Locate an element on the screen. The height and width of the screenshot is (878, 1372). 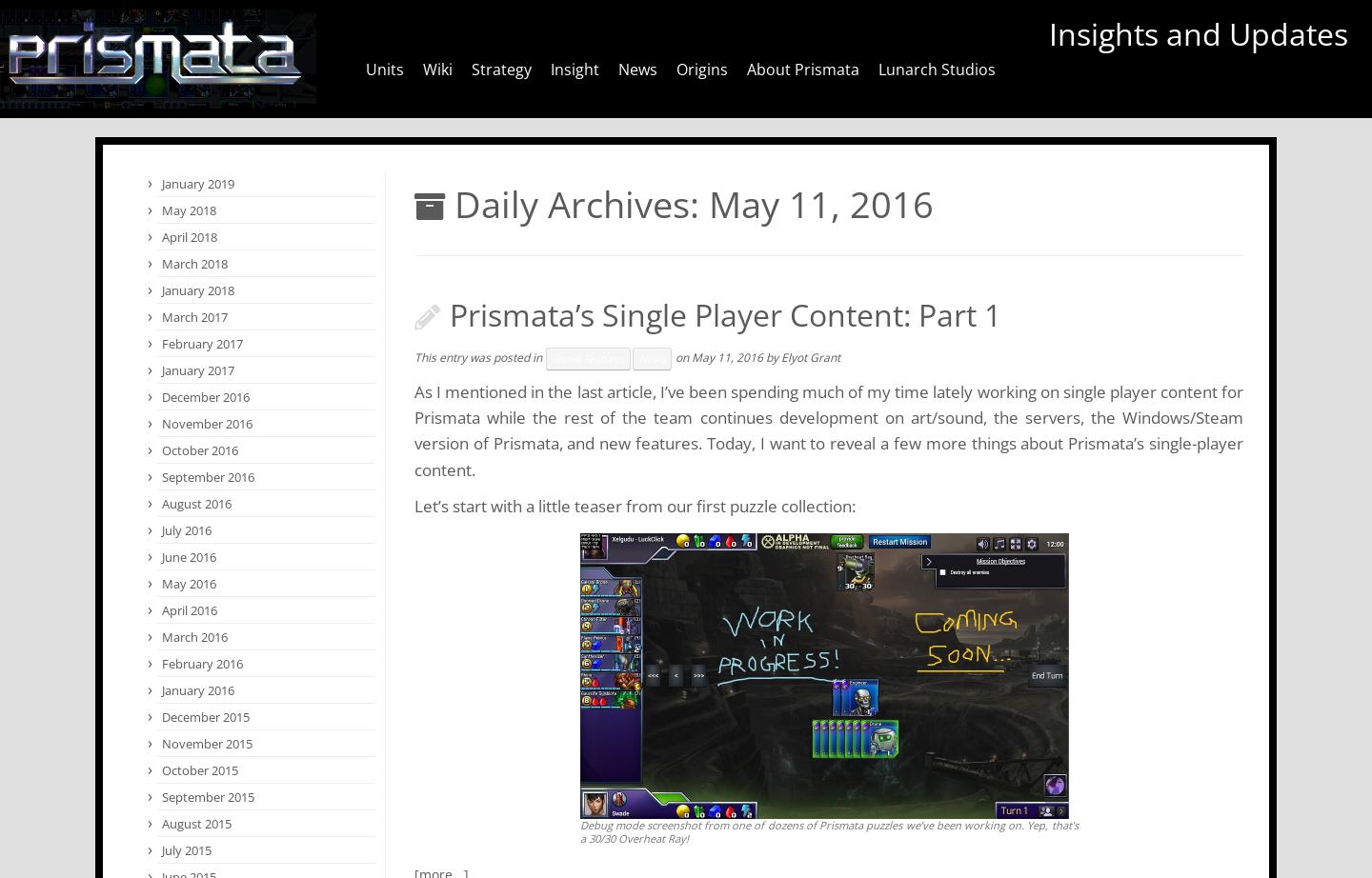
'March 2018' is located at coordinates (194, 262).